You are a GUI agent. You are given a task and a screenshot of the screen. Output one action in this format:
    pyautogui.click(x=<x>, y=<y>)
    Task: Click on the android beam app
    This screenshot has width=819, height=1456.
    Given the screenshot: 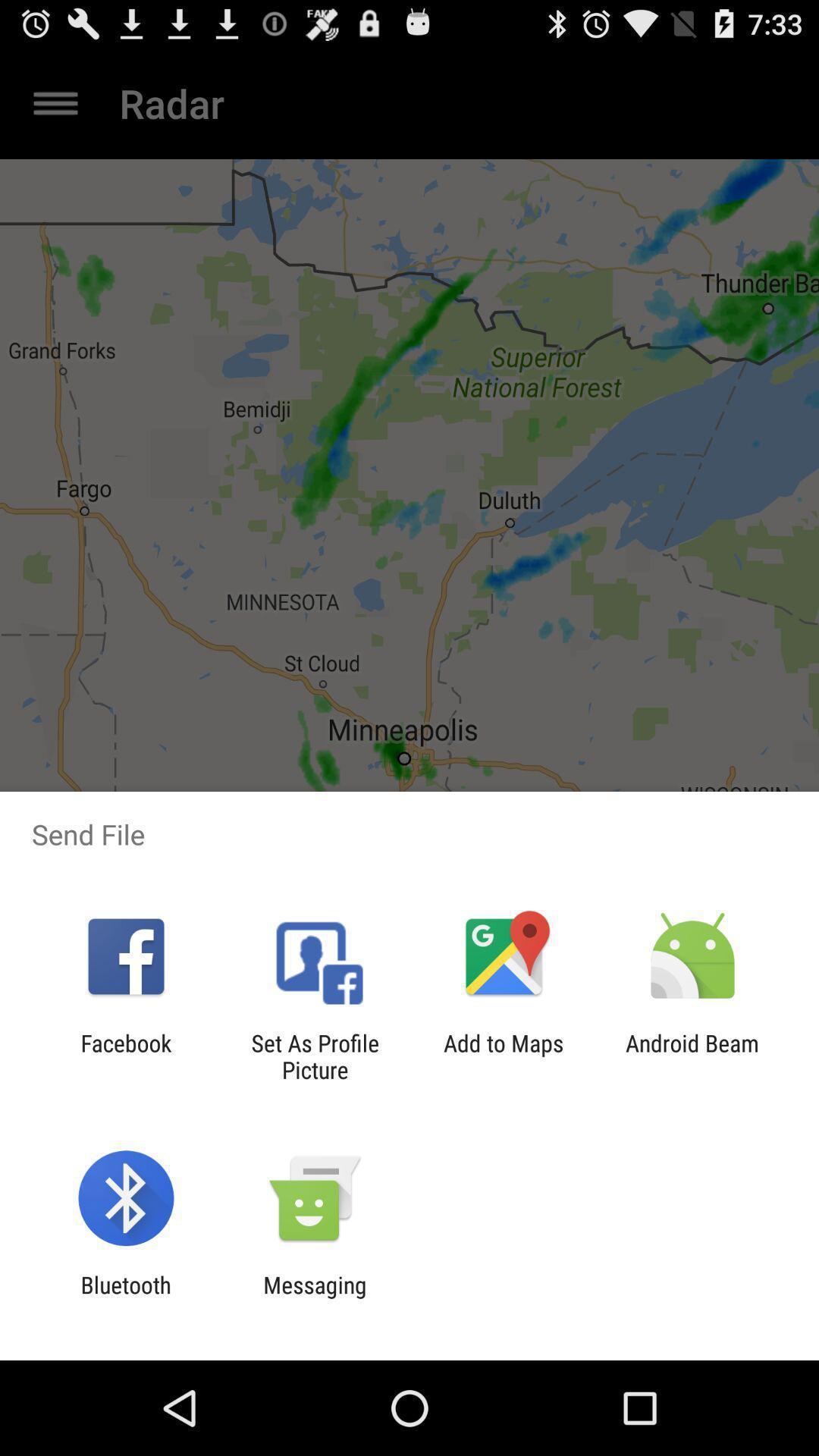 What is the action you would take?
    pyautogui.click(x=692, y=1056)
    